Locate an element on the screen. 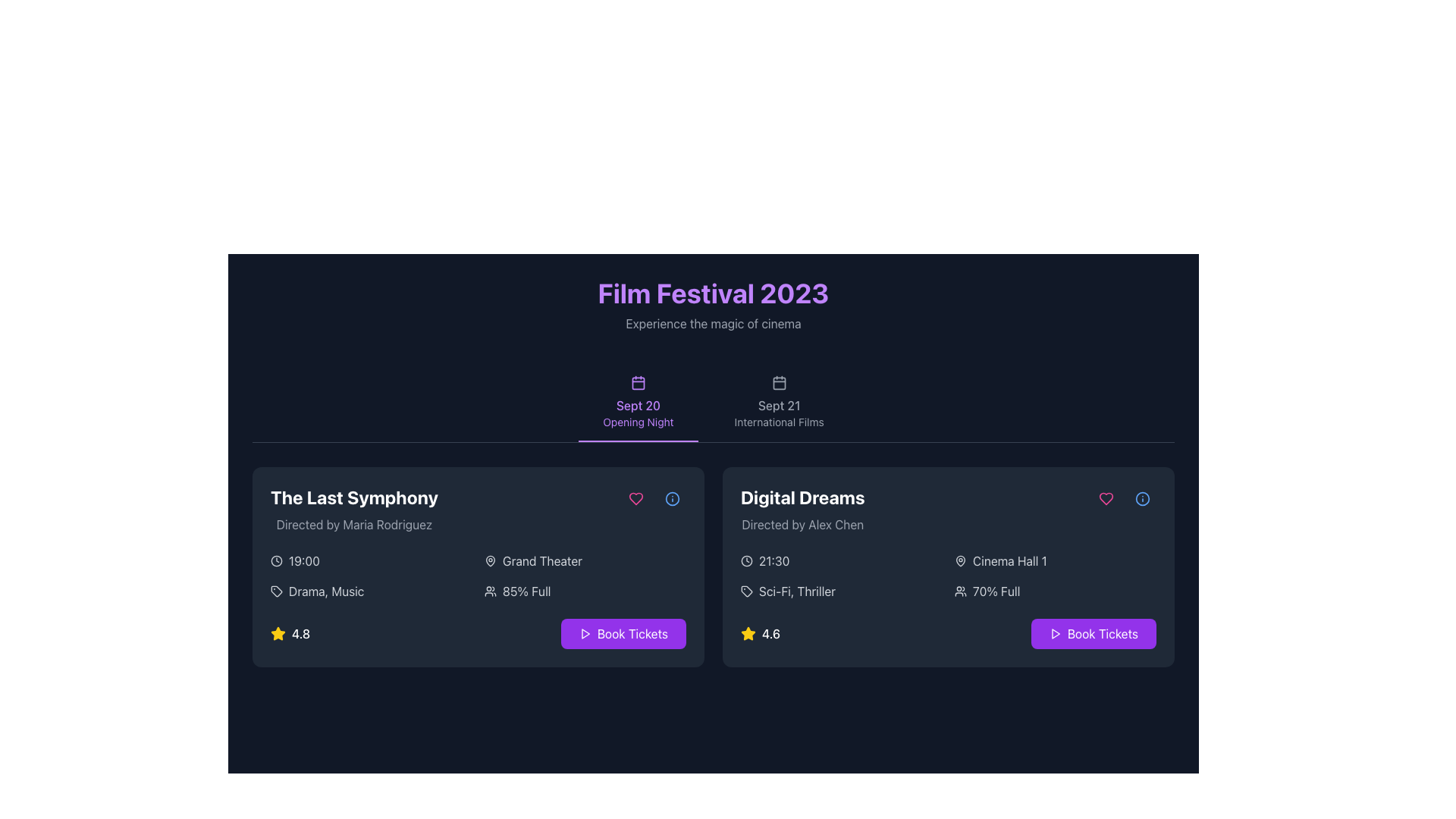 The image size is (1456, 819). the icon representing the venue for the event, which is associated with the 'Grand Theater' text label, located is located at coordinates (491, 561).